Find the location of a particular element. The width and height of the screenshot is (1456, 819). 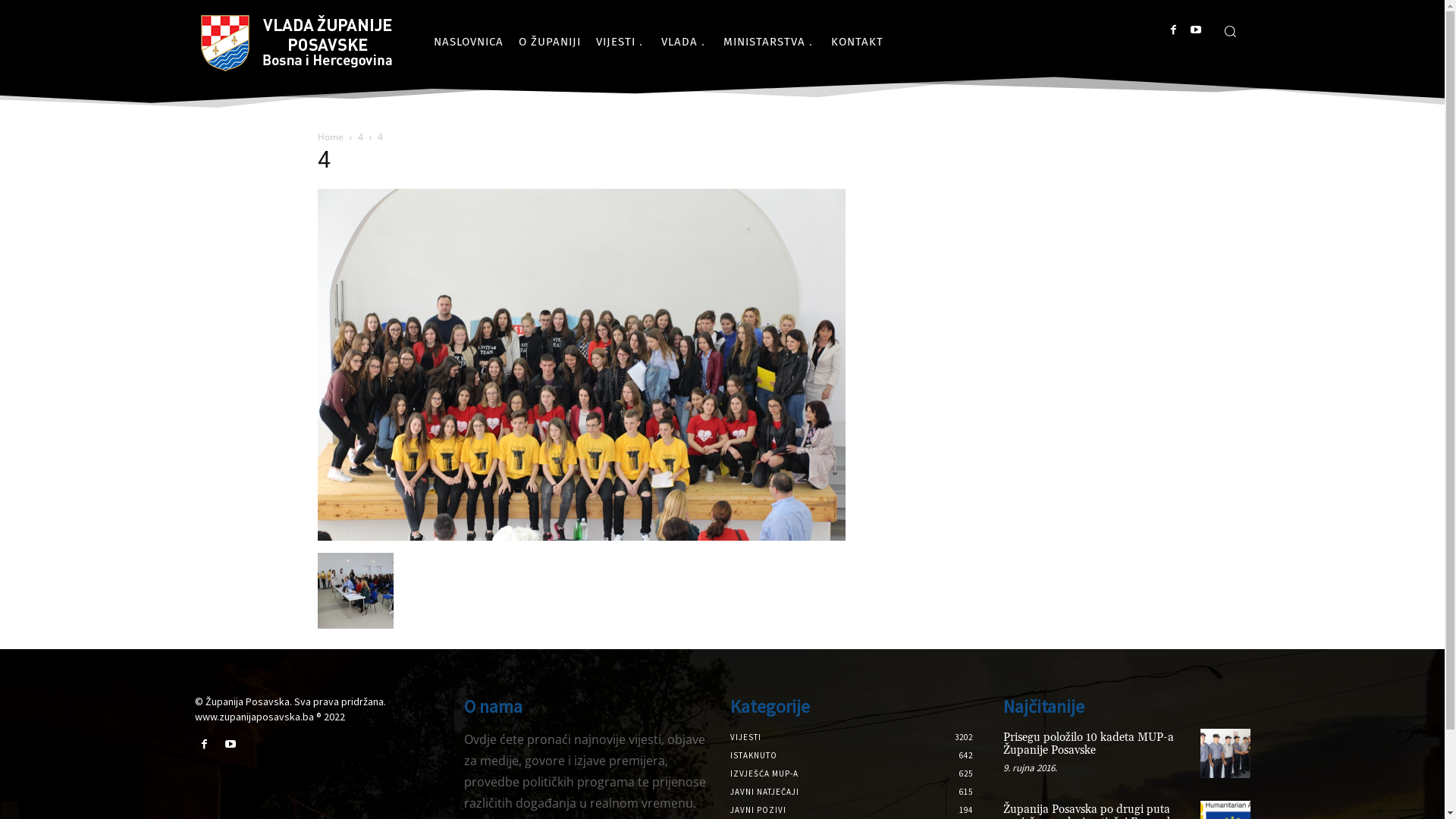

'KONTAKT' is located at coordinates (857, 40).